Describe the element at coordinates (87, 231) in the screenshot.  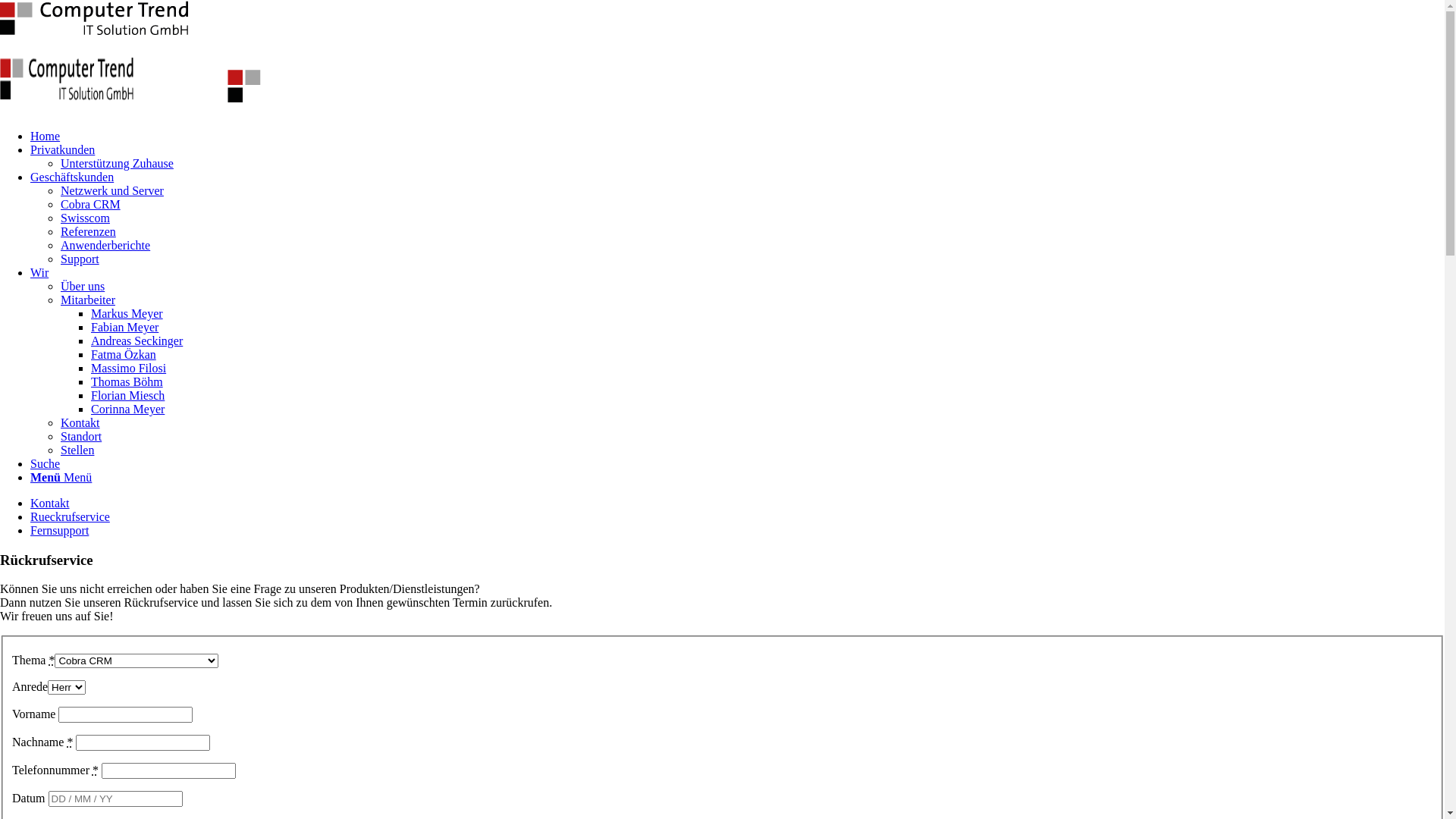
I see `'Referenzen'` at that location.